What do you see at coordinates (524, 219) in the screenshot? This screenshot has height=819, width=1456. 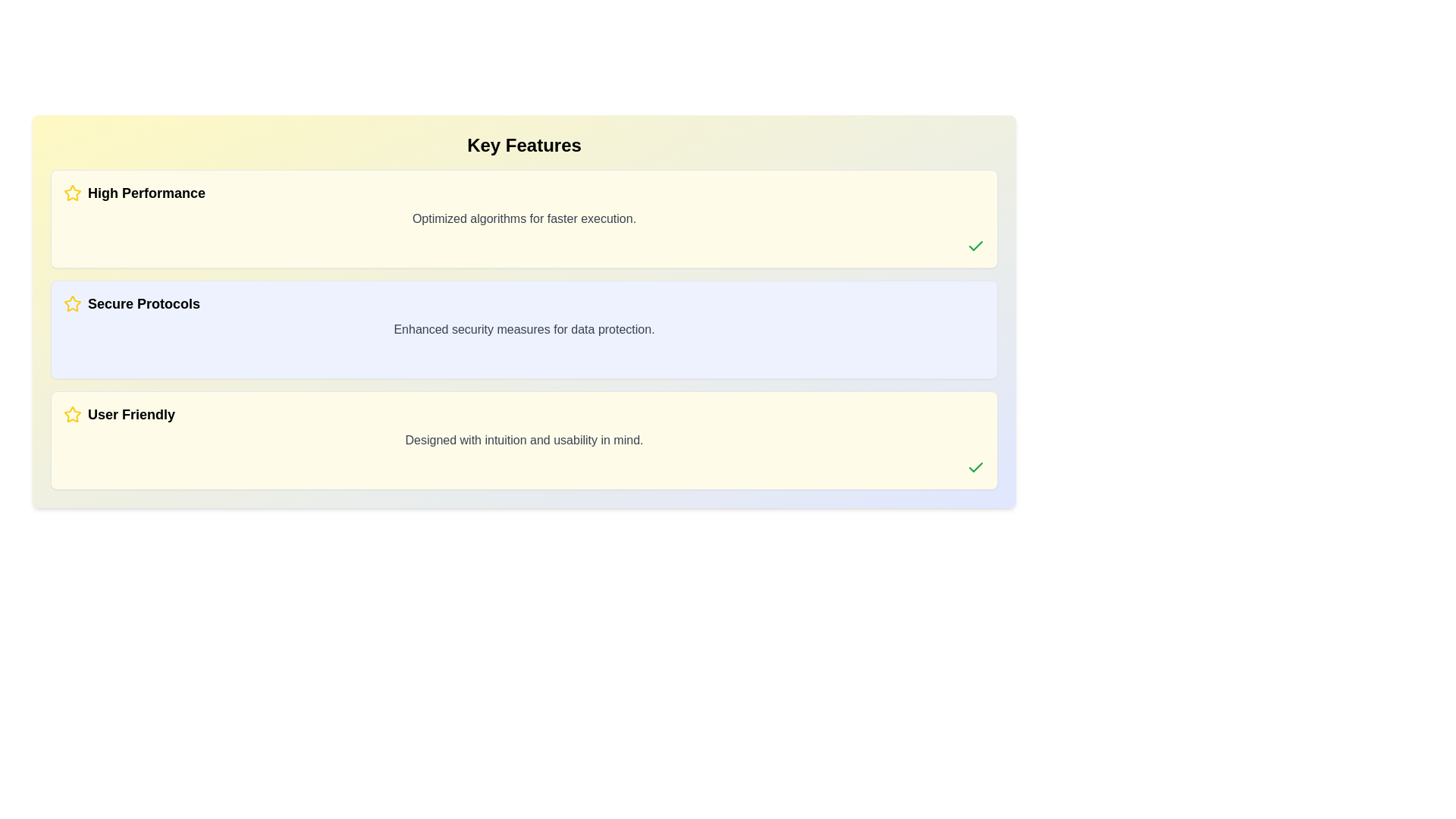 I see `the description text of High Performance to select it` at bounding box center [524, 219].